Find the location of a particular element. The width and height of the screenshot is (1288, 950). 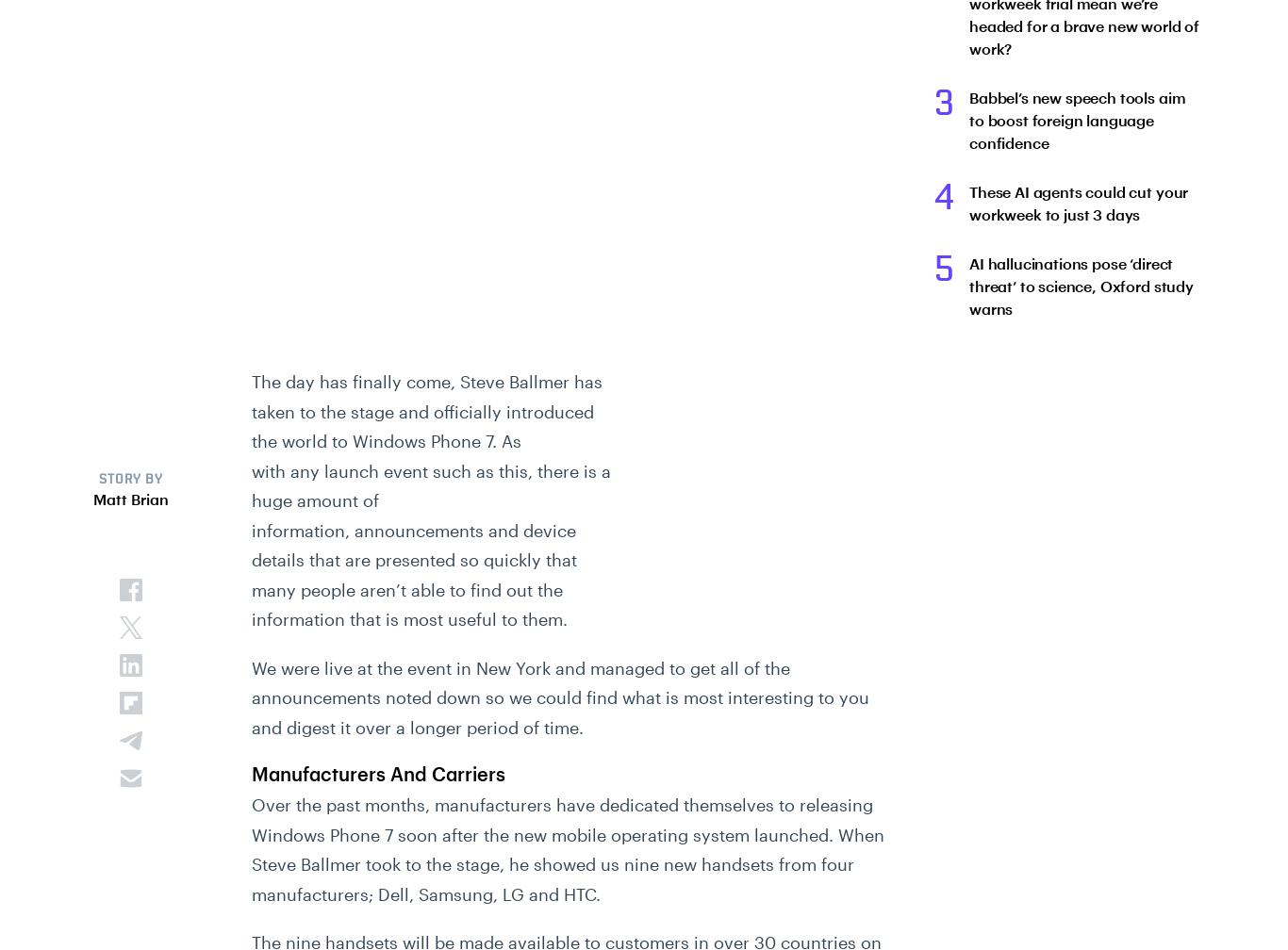

'Manufacturers And Carriers' is located at coordinates (252, 774).